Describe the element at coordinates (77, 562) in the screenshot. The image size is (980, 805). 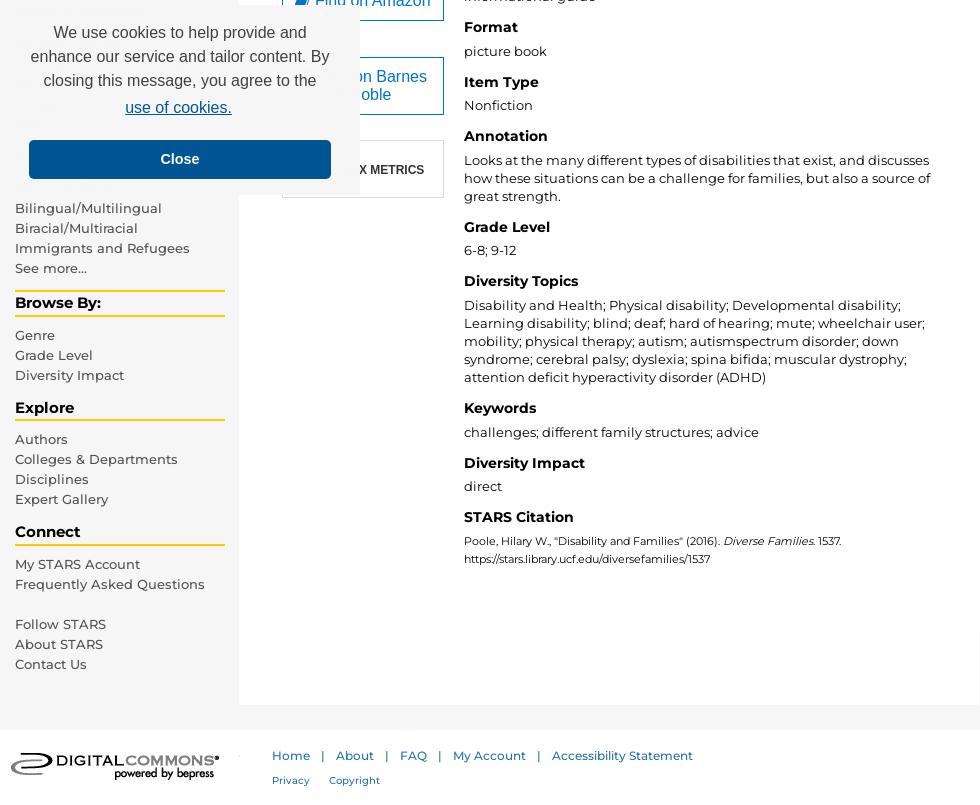
I see `'My STARS Account'` at that location.